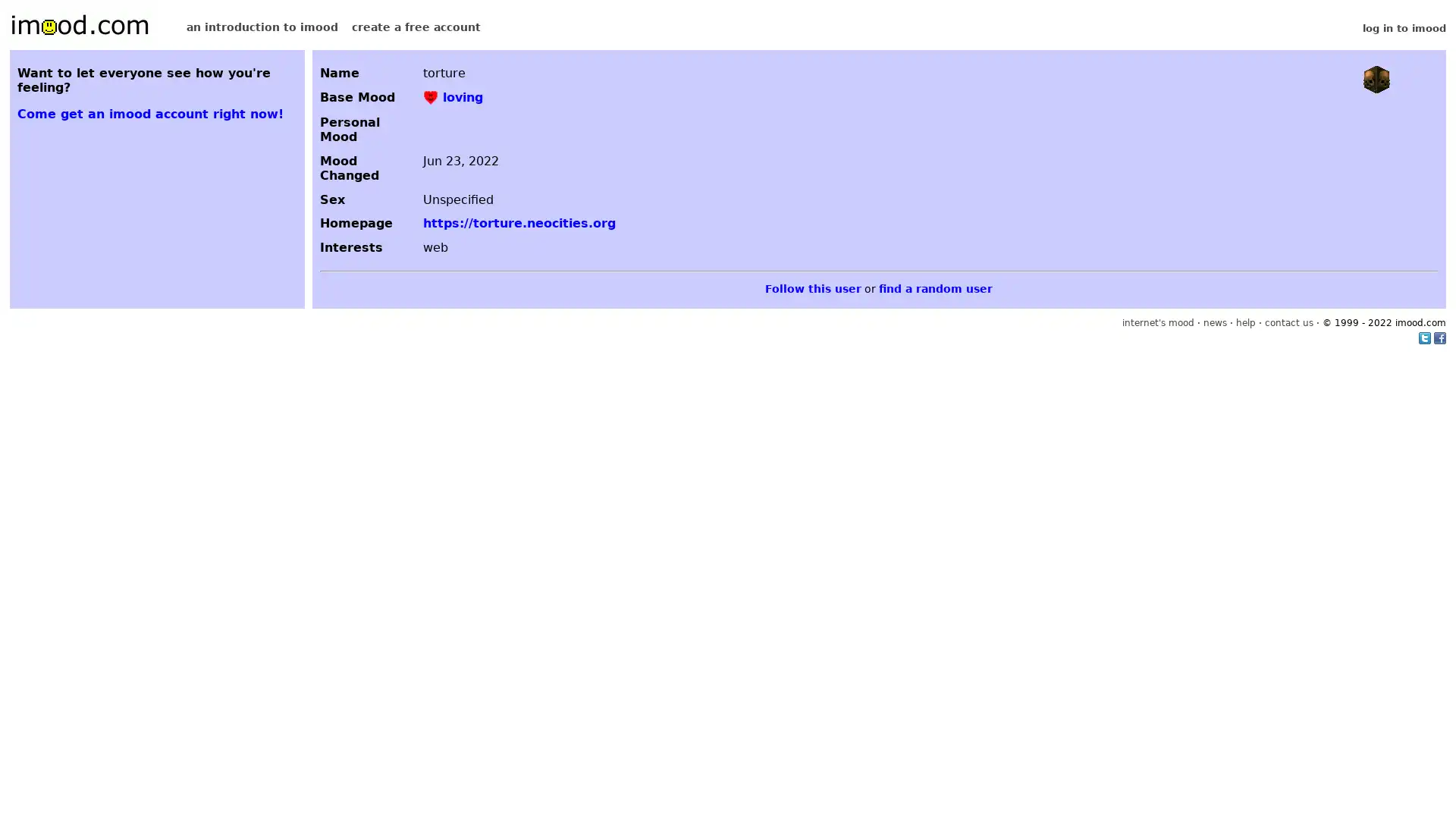 The height and width of the screenshot is (819, 1456). What do you see at coordinates (812, 288) in the screenshot?
I see `Follow this user` at bounding box center [812, 288].